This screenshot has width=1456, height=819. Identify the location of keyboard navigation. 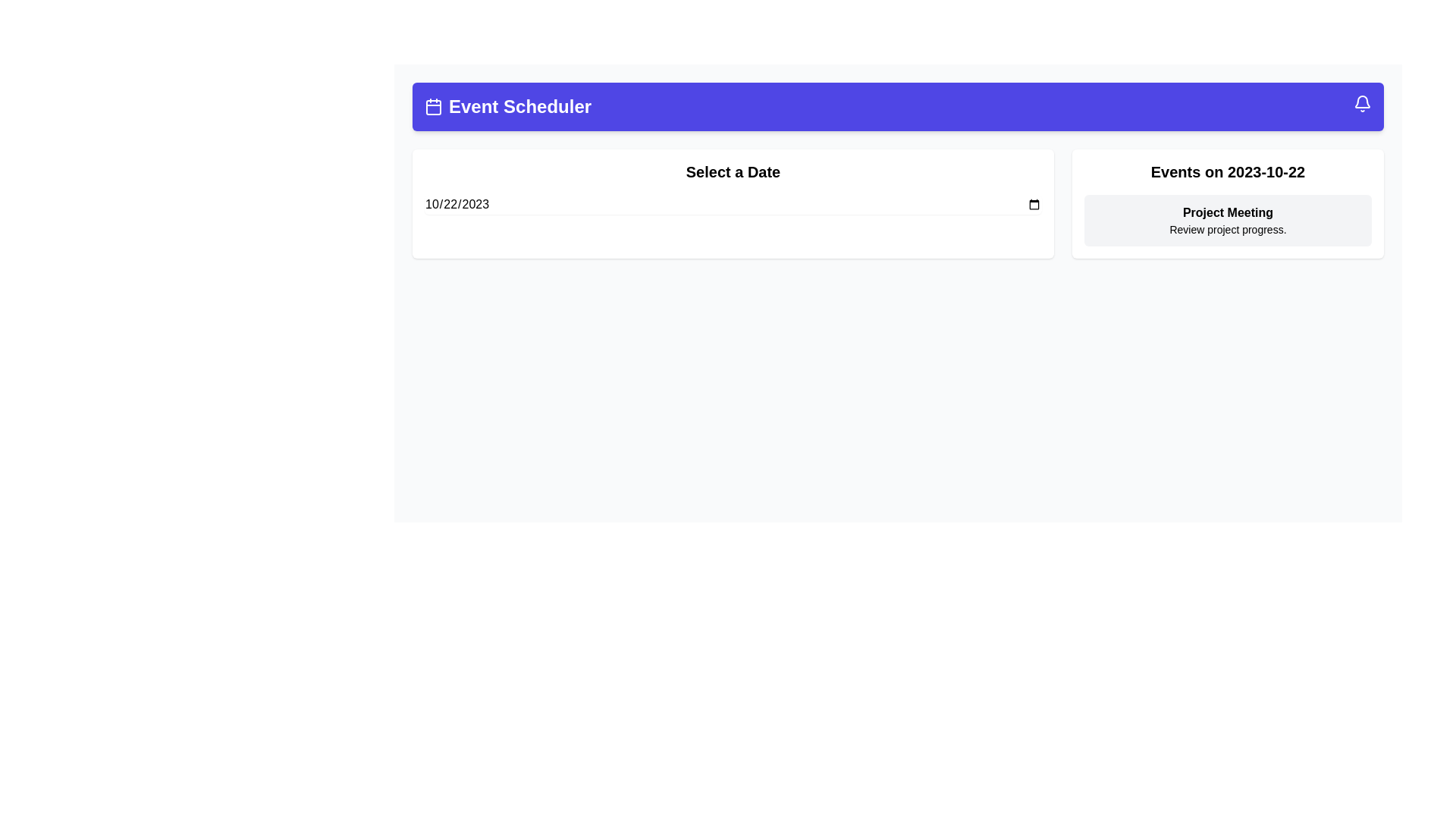
(733, 203).